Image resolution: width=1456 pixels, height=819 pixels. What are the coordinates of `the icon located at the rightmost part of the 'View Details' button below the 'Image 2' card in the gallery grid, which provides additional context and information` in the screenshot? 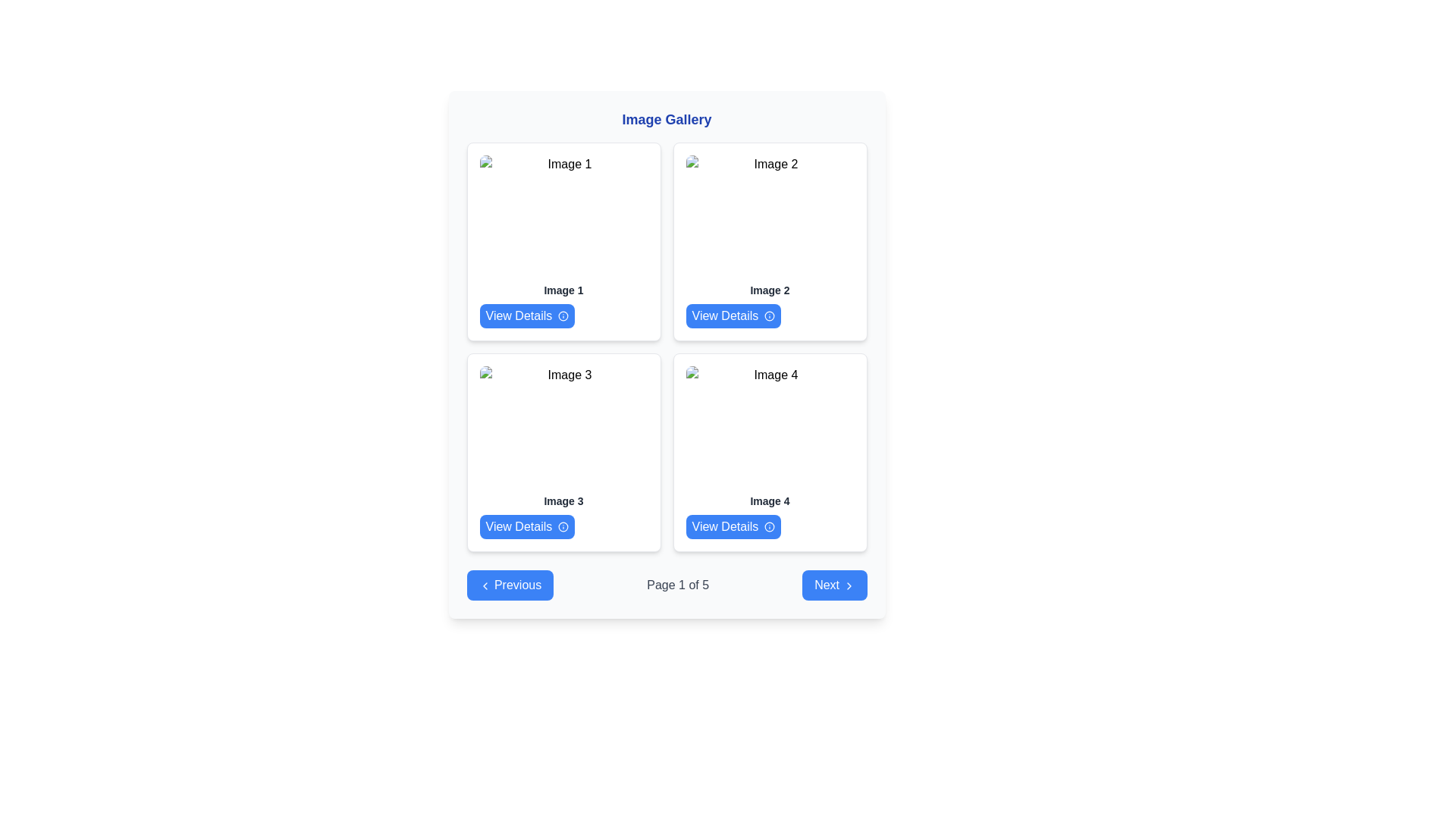 It's located at (770, 315).